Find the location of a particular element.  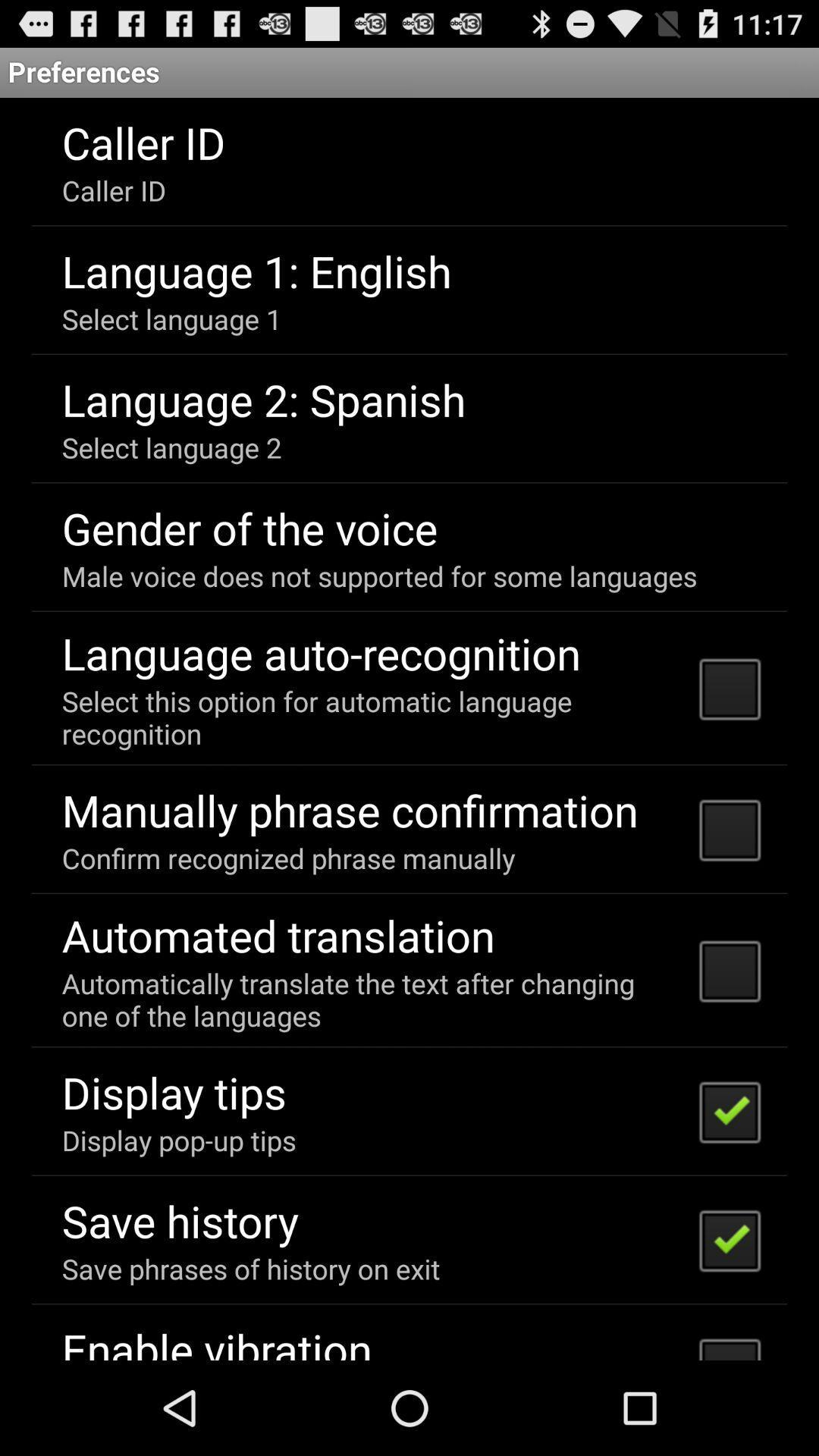

the enable vibration item is located at coordinates (217, 1340).